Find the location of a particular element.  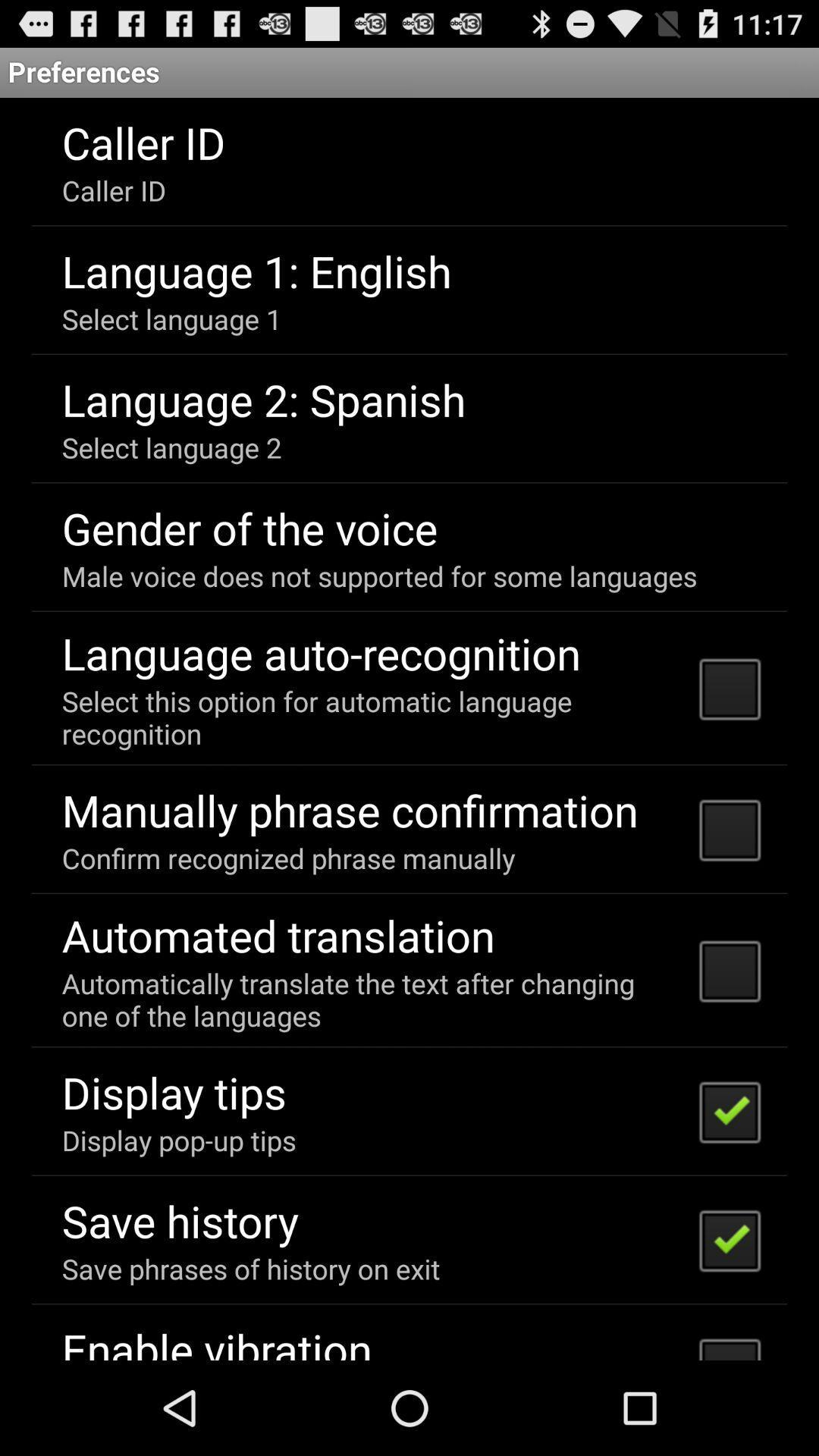

the enable vibration item is located at coordinates (217, 1340).